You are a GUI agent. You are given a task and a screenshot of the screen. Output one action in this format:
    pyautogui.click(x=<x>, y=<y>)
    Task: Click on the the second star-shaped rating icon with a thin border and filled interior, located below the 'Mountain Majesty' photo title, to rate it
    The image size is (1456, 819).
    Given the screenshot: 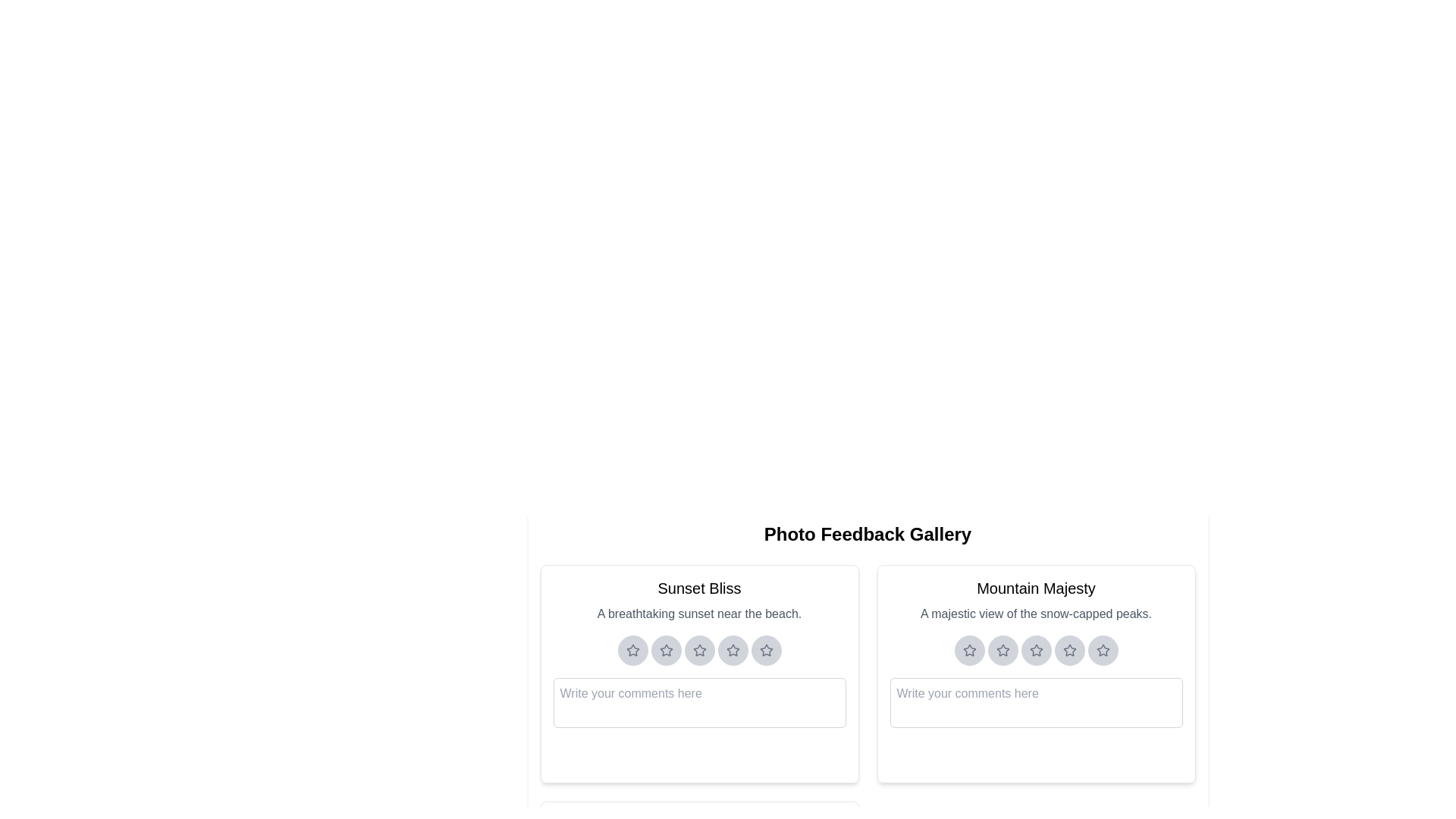 What is the action you would take?
    pyautogui.click(x=1035, y=648)
    